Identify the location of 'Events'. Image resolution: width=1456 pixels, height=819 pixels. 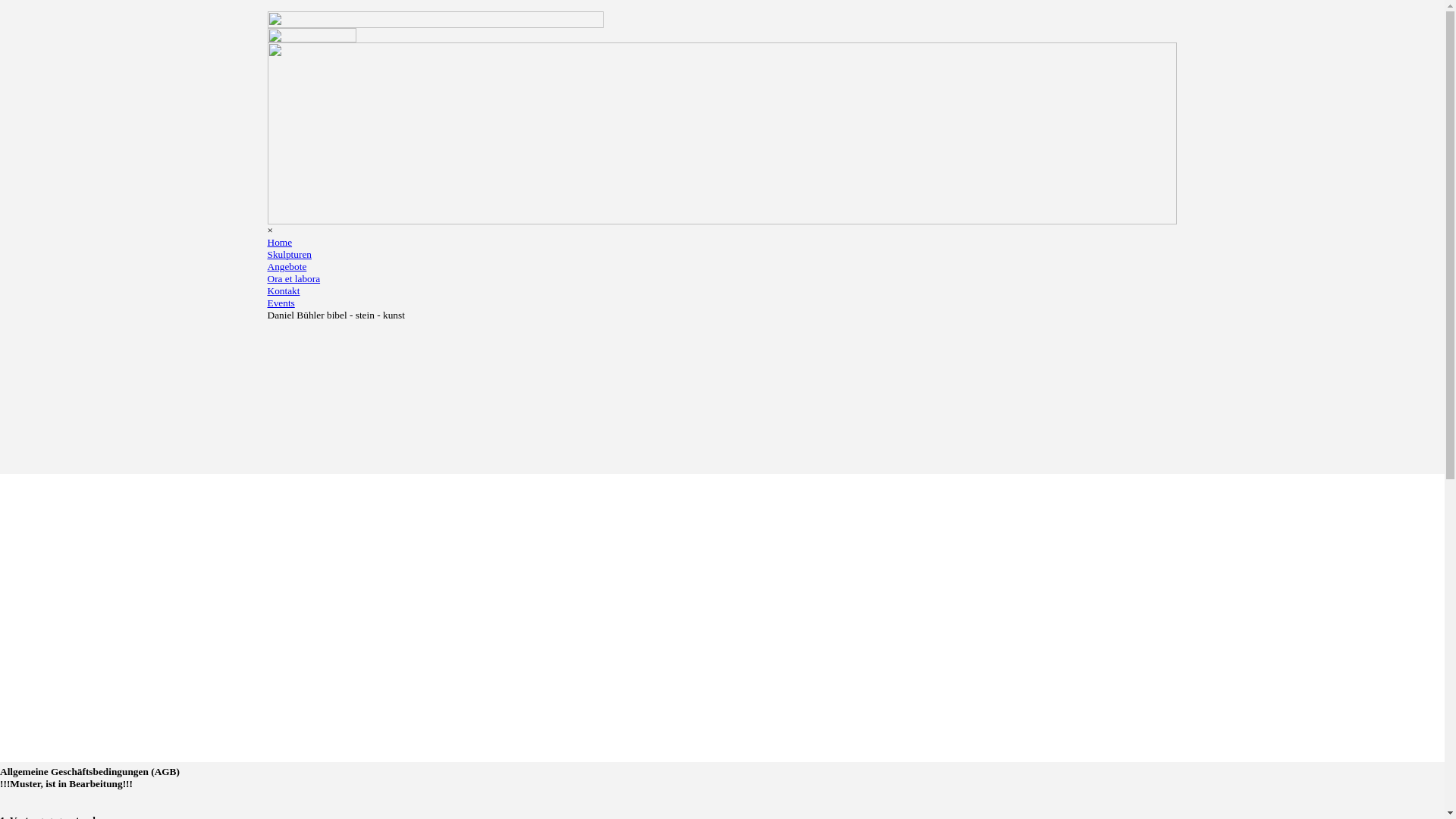
(280, 303).